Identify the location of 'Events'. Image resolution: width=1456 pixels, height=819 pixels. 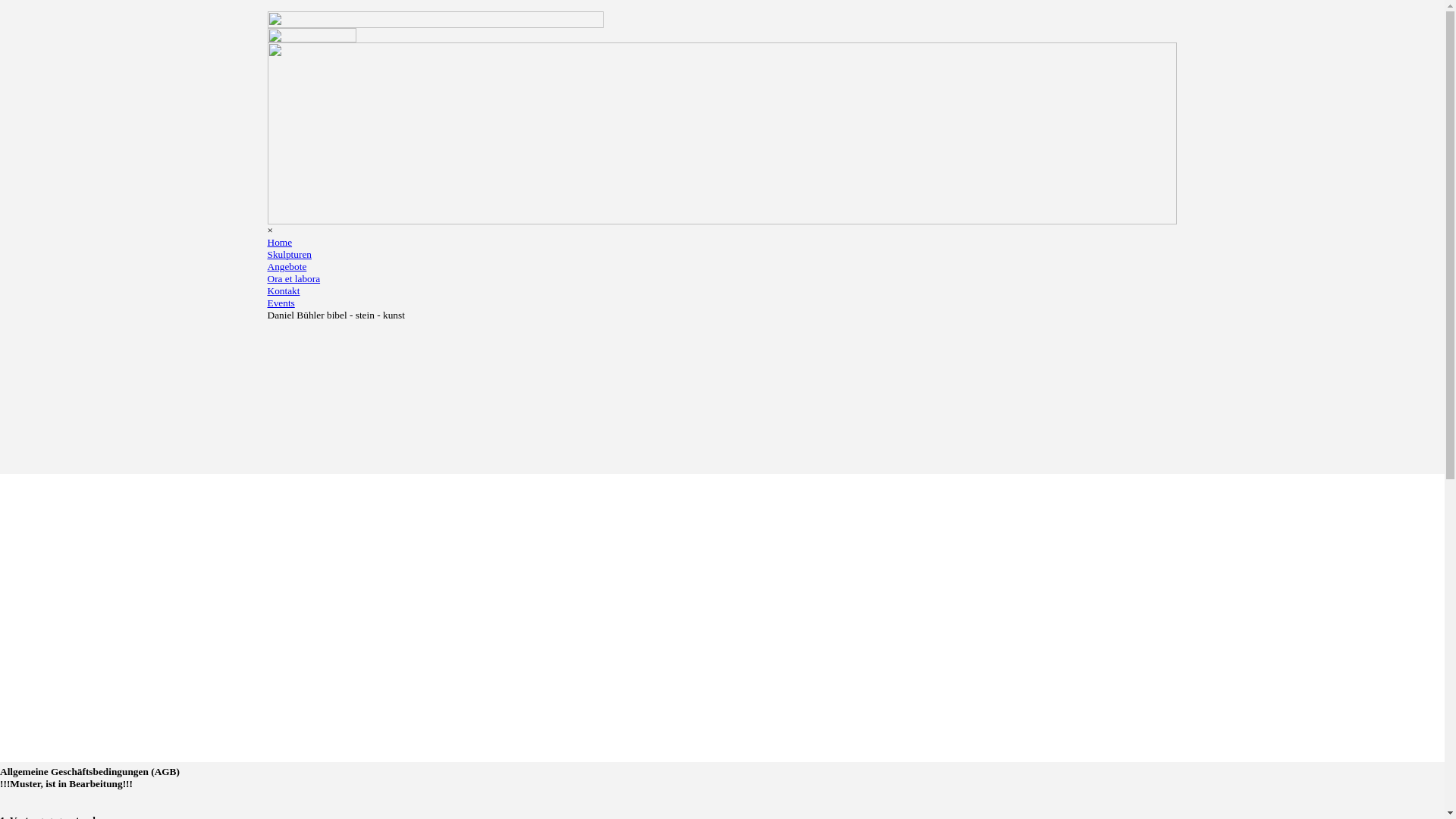
(280, 303).